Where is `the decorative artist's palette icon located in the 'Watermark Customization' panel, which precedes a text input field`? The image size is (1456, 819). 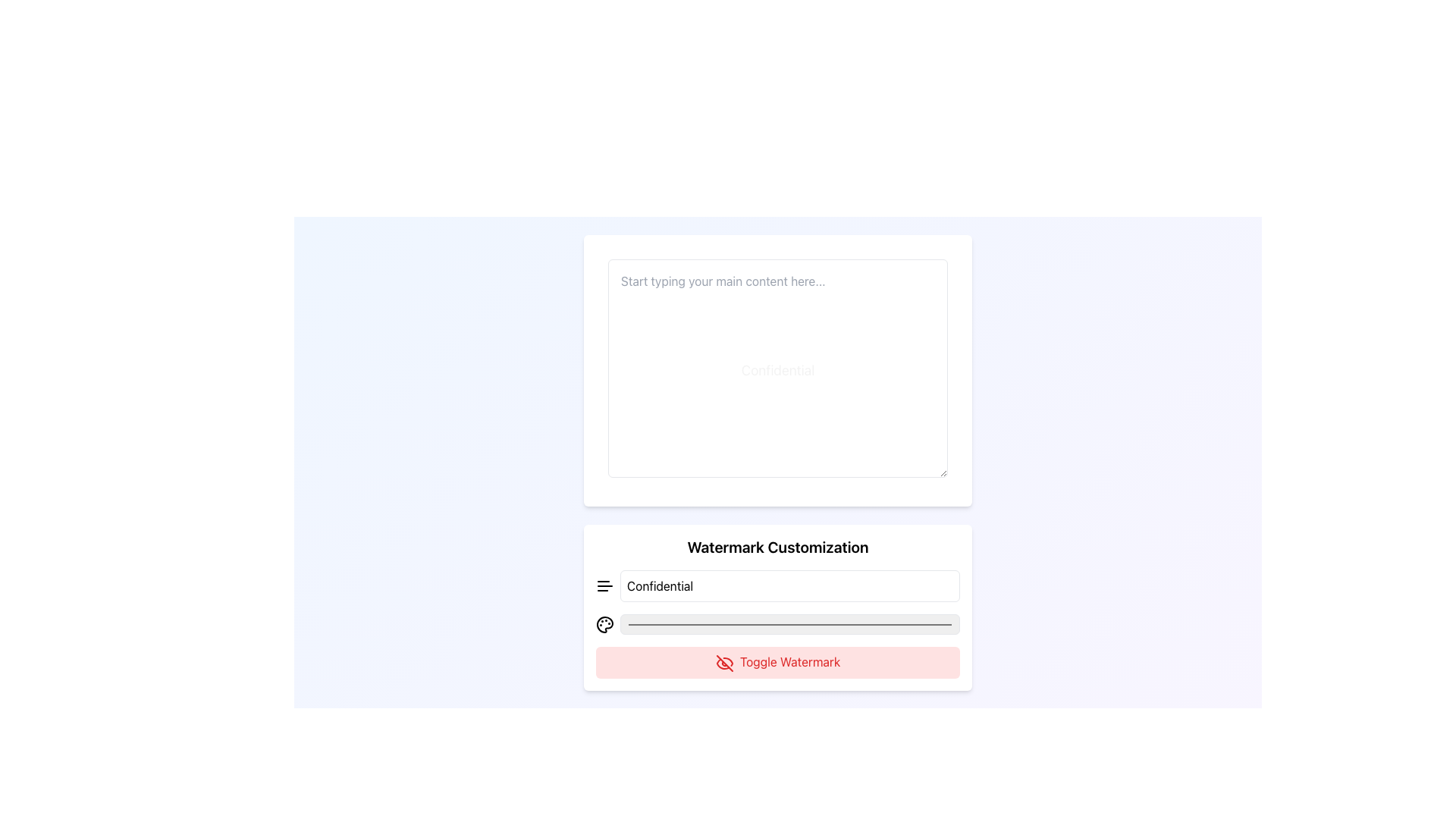
the decorative artist's palette icon located in the 'Watermark Customization' panel, which precedes a text input field is located at coordinates (604, 624).